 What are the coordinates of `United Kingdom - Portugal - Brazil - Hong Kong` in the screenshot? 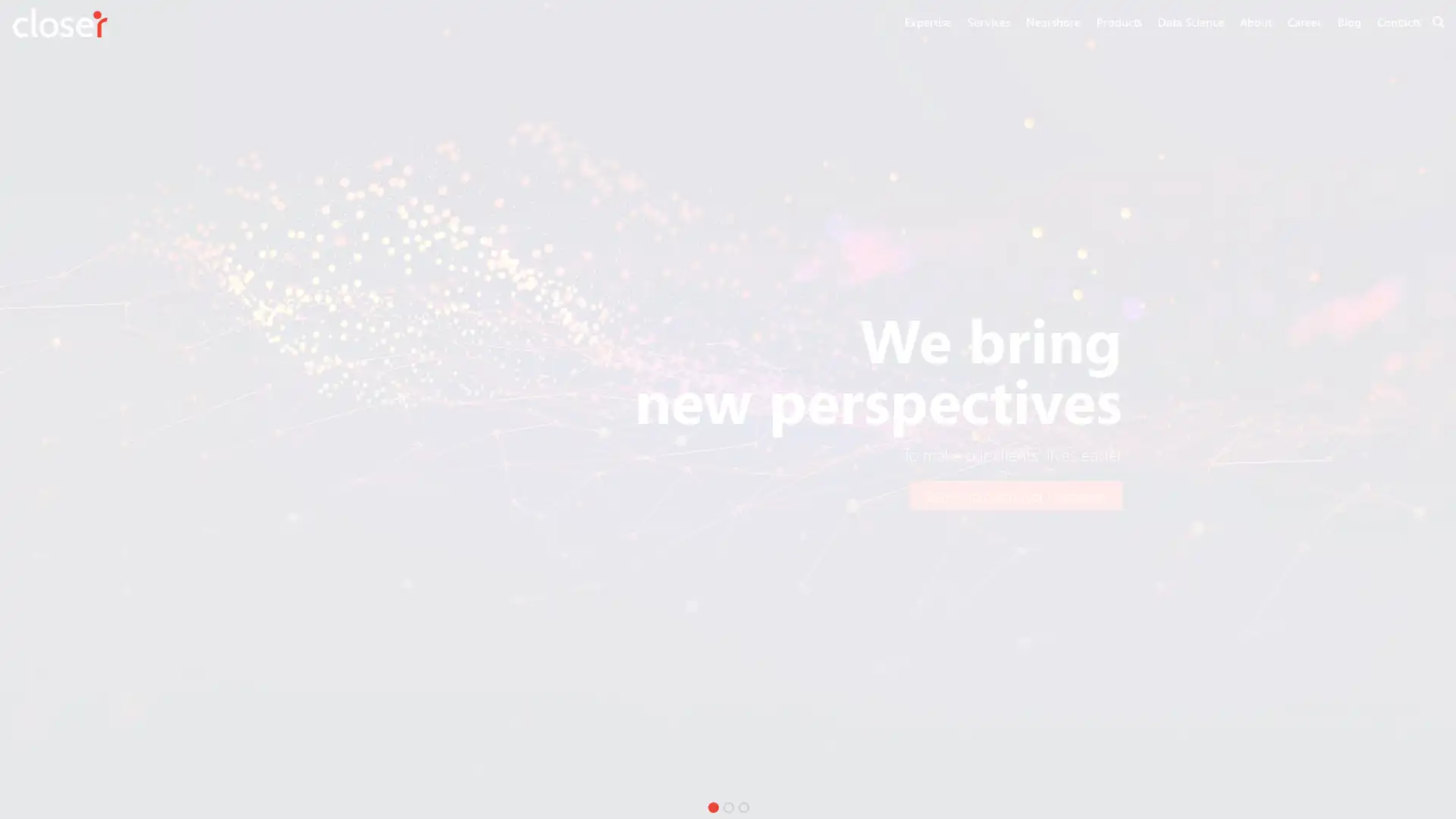 It's located at (475, 495).